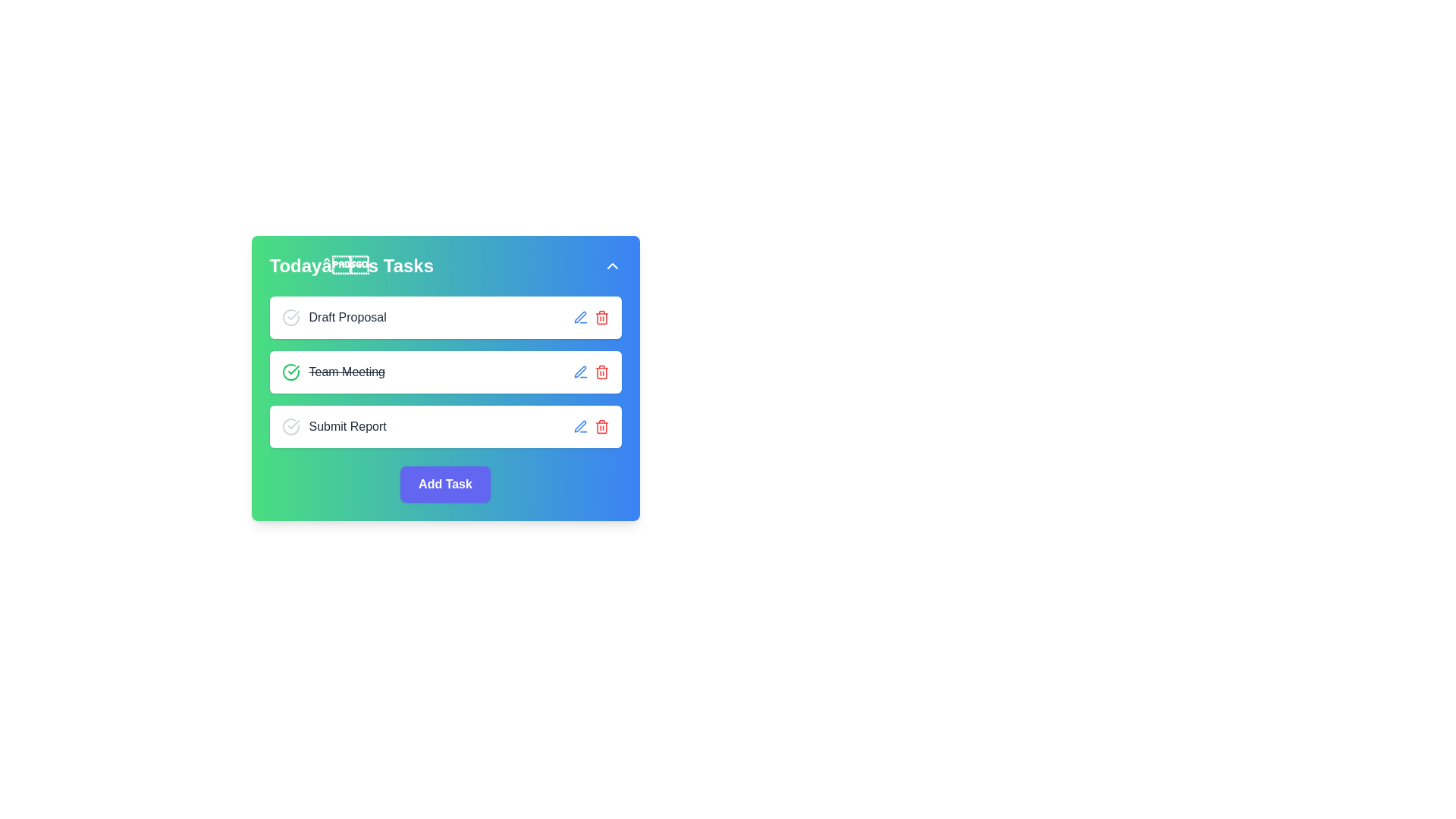  I want to click on the 'Add Task' button with a blue background and bold text, located at the bottom of the 'Today's Tasks' card, so click(444, 485).